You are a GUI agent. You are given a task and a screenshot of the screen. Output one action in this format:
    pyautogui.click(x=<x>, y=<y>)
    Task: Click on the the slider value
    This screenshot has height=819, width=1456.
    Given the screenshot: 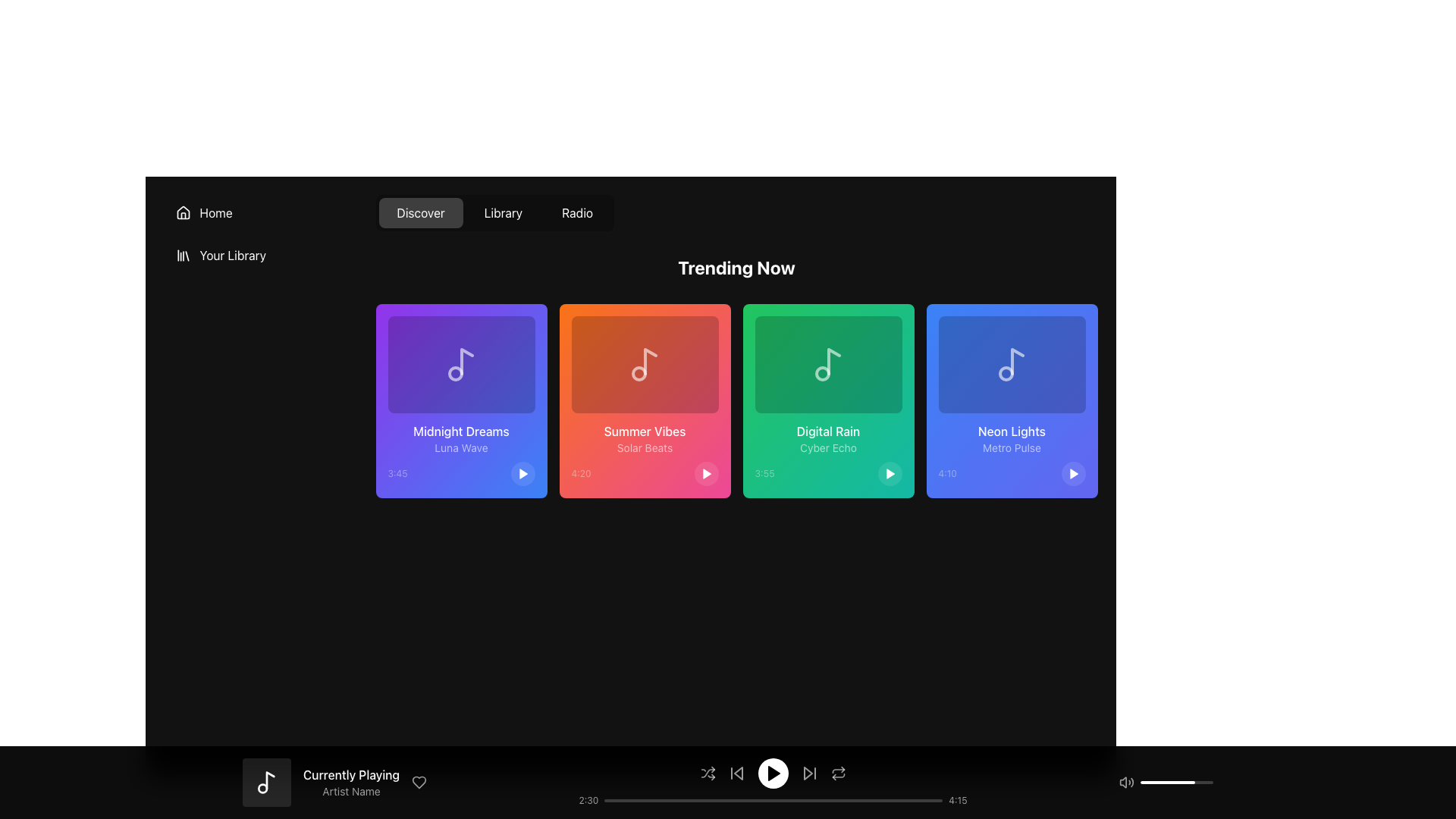 What is the action you would take?
    pyautogui.click(x=1194, y=783)
    